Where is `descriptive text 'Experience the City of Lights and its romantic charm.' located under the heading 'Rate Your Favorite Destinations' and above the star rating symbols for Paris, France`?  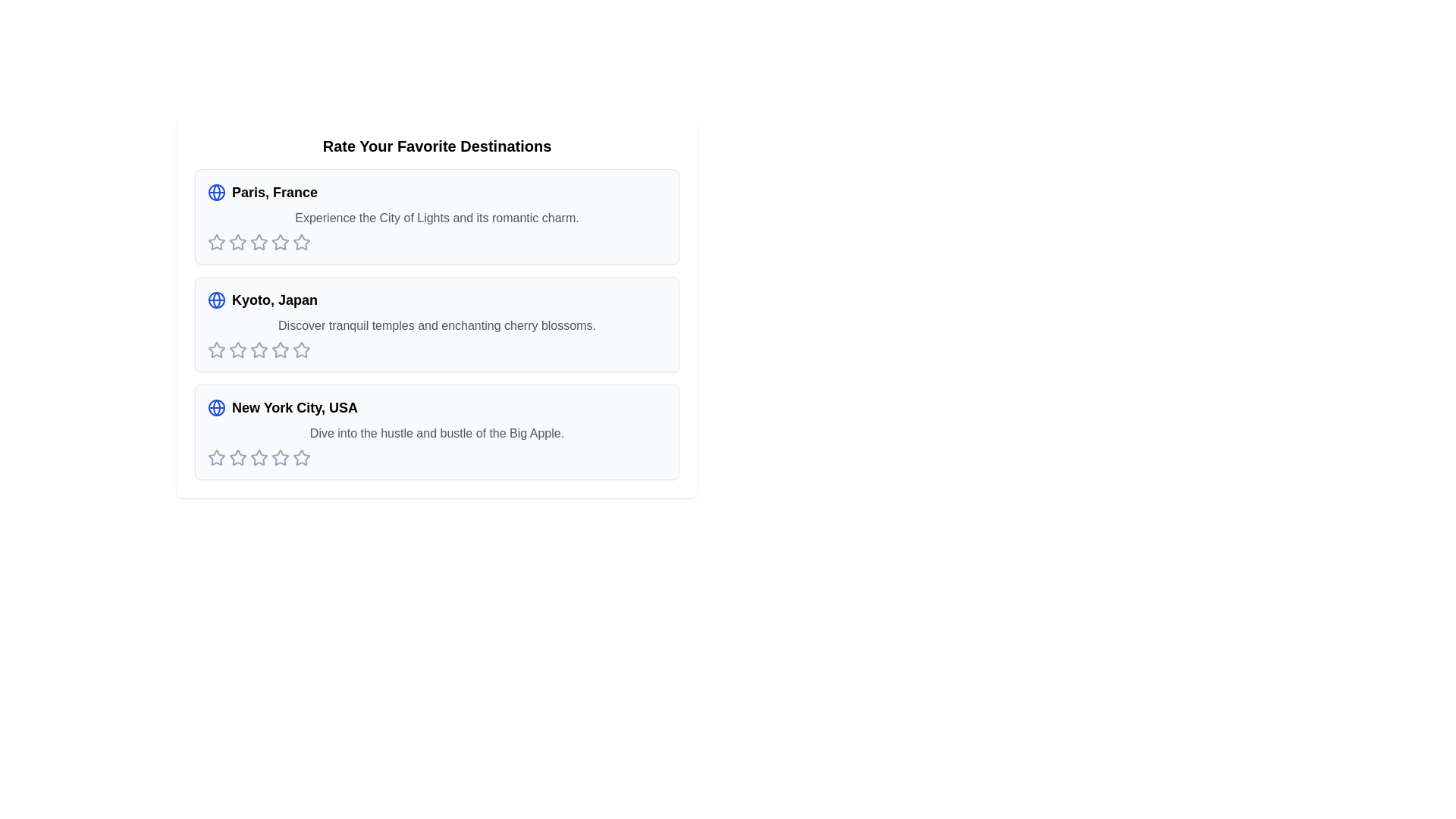 descriptive text 'Experience the City of Lights and its romantic charm.' located under the heading 'Rate Your Favorite Destinations' and above the star rating symbols for Paris, France is located at coordinates (436, 218).